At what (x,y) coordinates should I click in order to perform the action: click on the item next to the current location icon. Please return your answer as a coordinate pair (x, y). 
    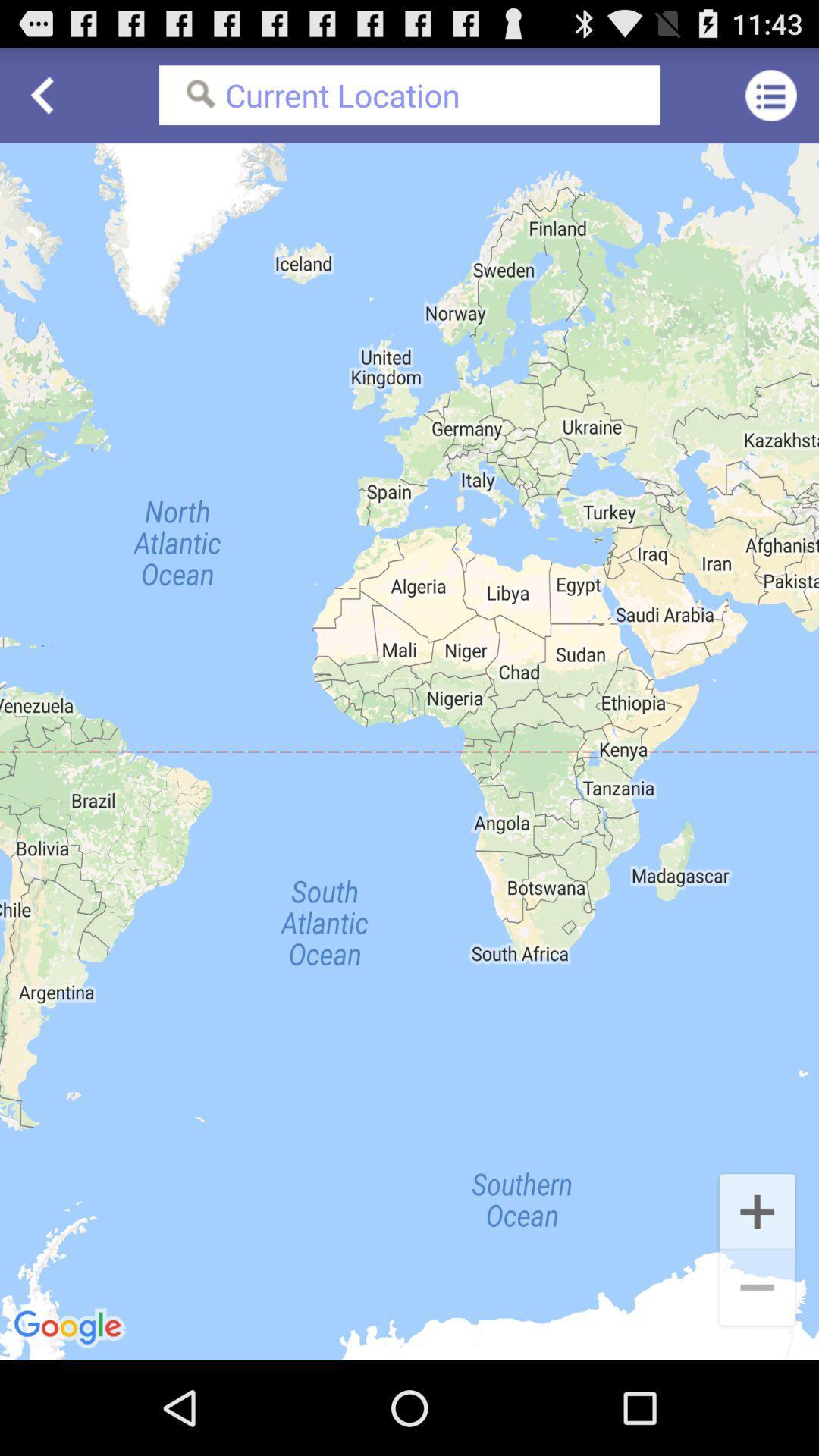
    Looking at the image, I should click on (771, 94).